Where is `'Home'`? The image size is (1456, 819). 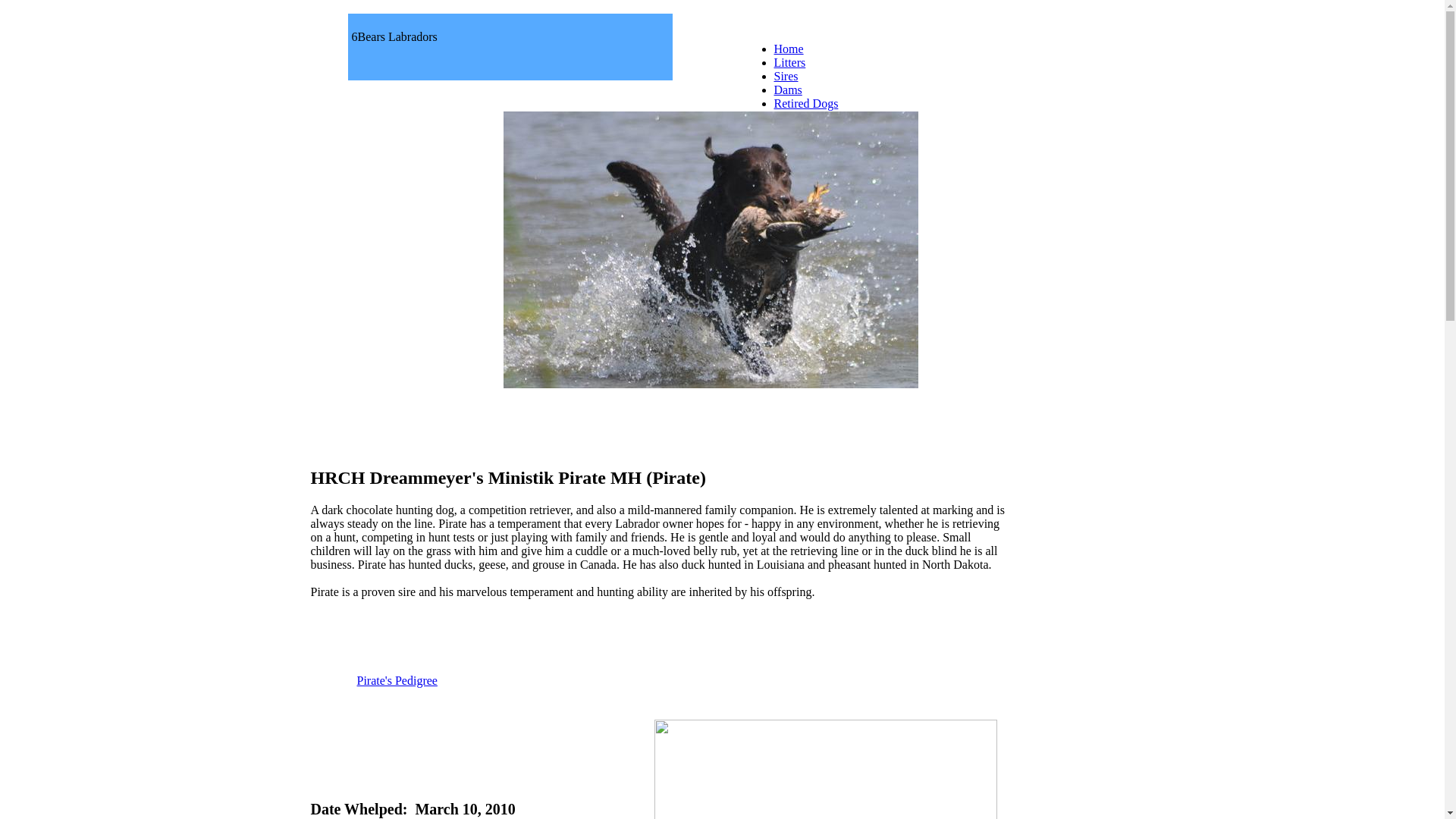
'Home' is located at coordinates (788, 48).